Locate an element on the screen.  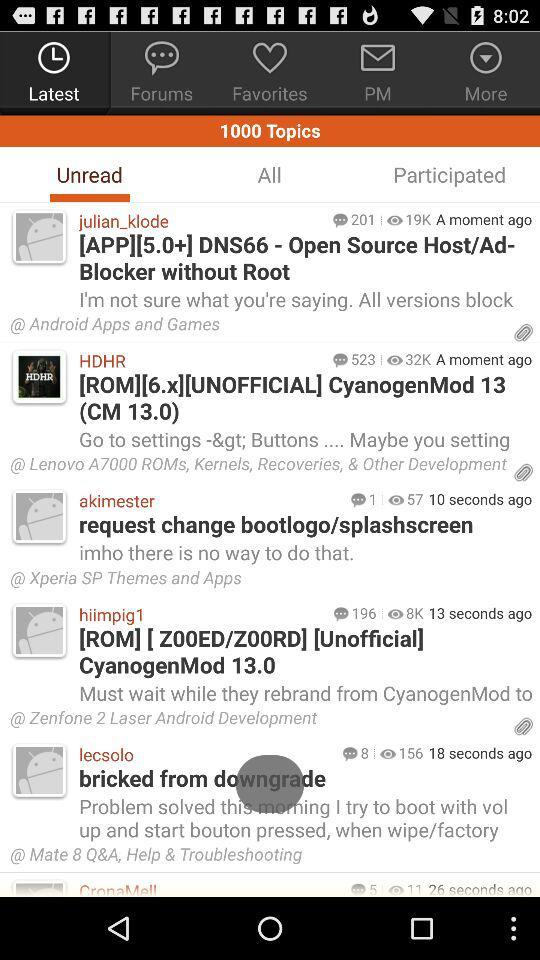
the hdhr app is located at coordinates (201, 360).